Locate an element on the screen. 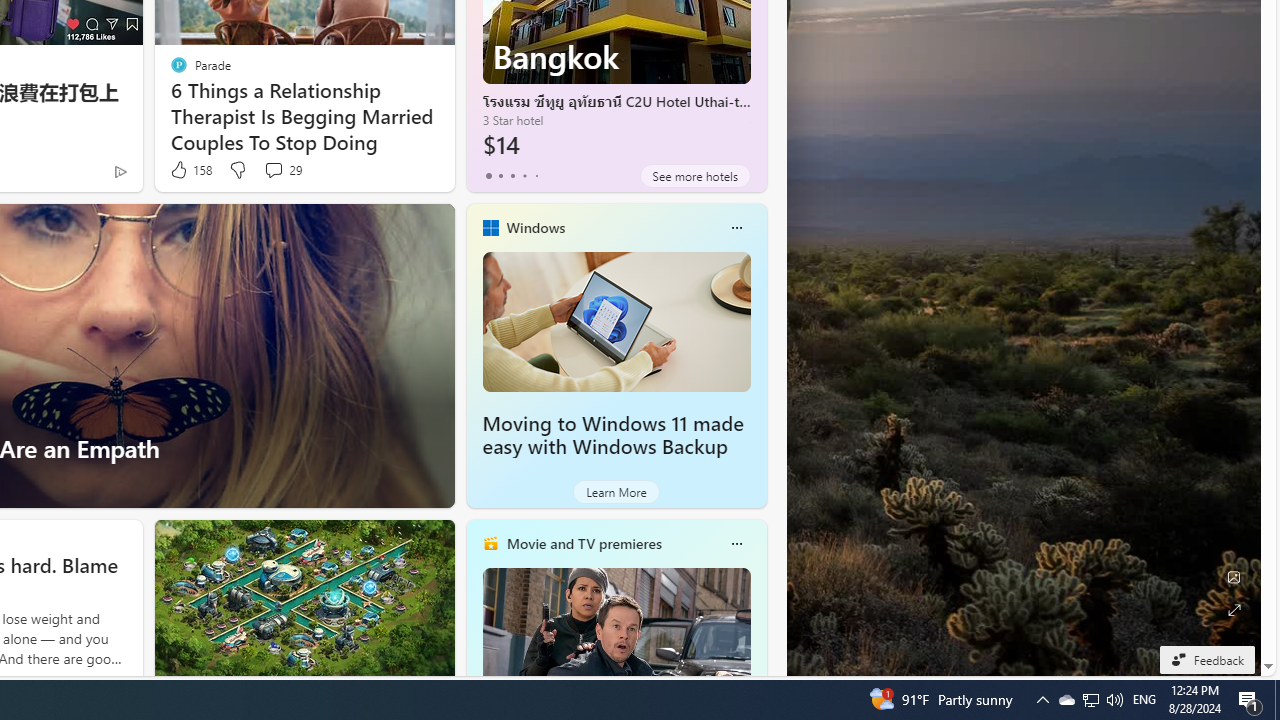  'Learn More' is located at coordinates (615, 492).